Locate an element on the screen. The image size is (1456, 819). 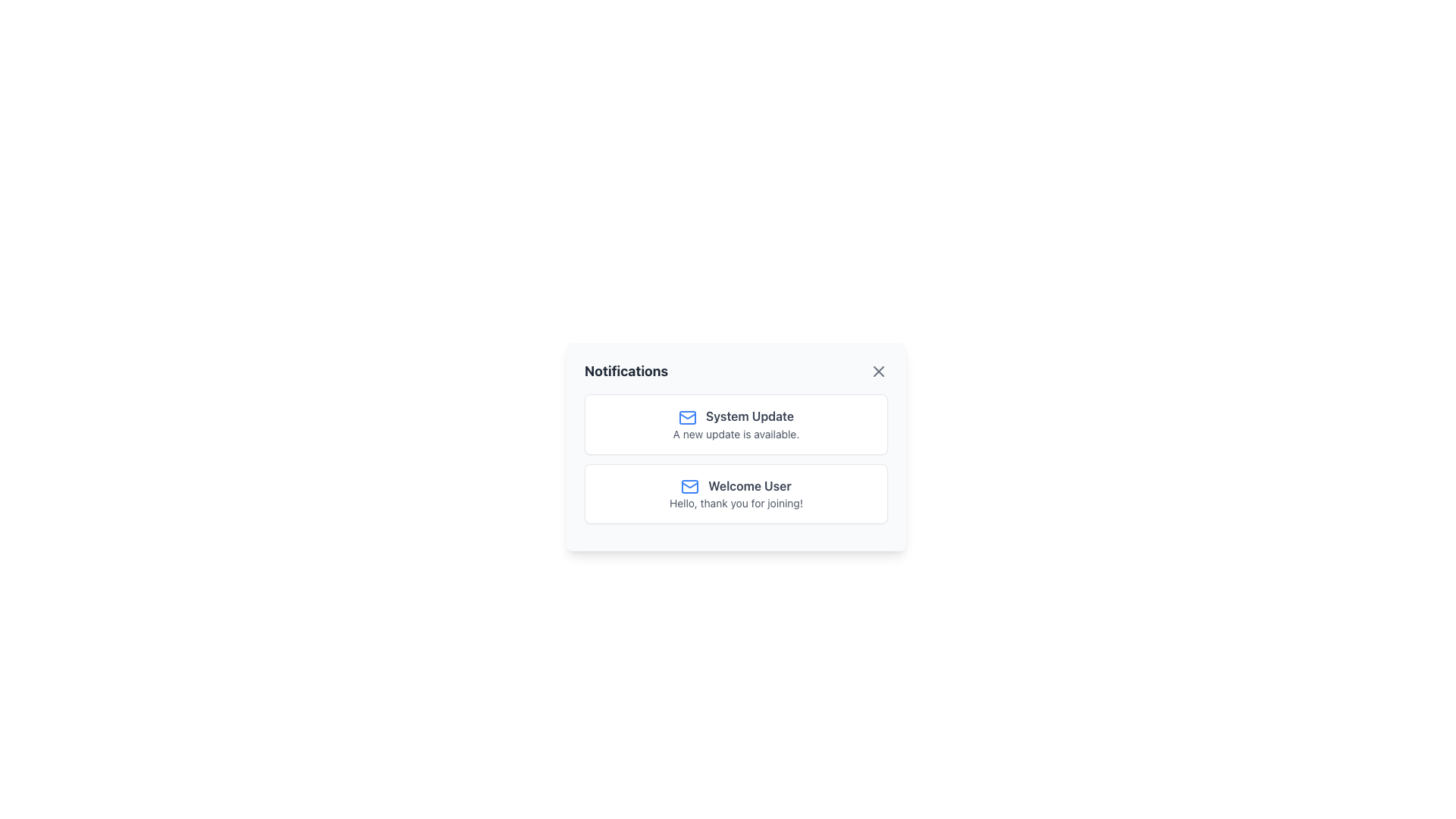
the Close button element, which is part of the 'X' symbol located at the top-right corner of the notification panel is located at coordinates (878, 371).